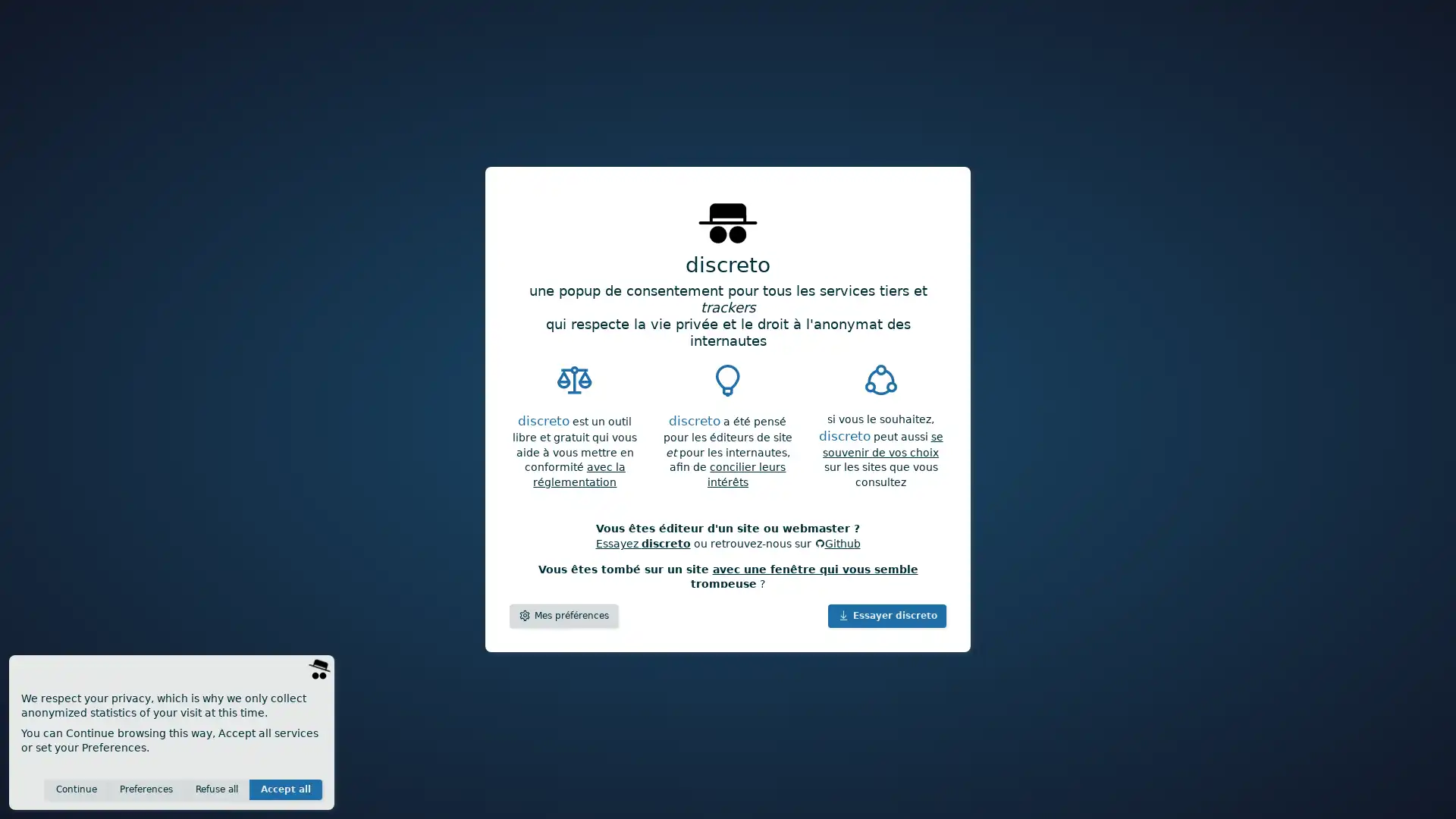  I want to click on Invisible, so click(244, 795).